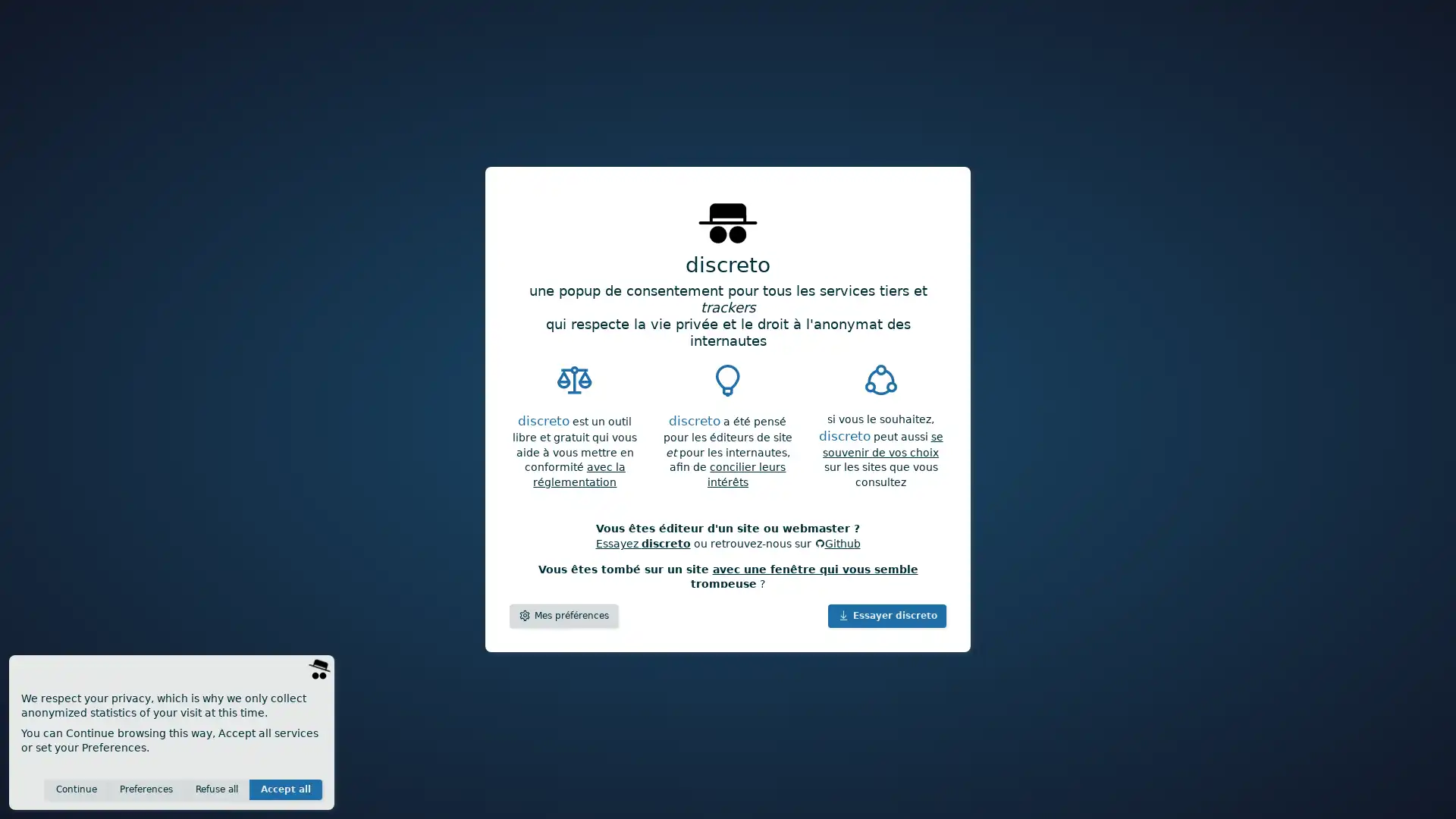  I want to click on Invisible, so click(244, 795).